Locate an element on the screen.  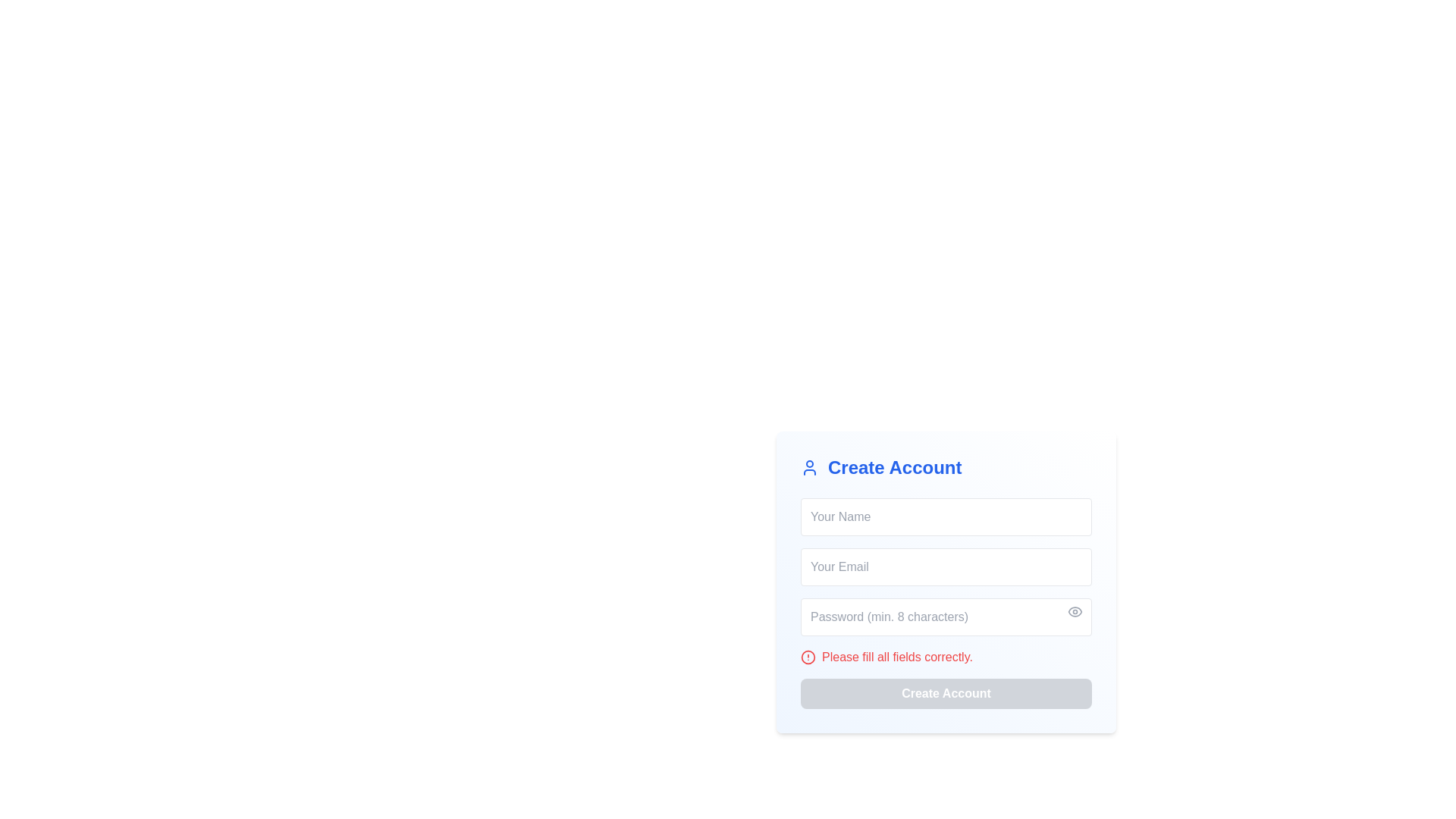
the user profile icon with a blue outline, located to the left of the 'Create Account' text is located at coordinates (809, 467).